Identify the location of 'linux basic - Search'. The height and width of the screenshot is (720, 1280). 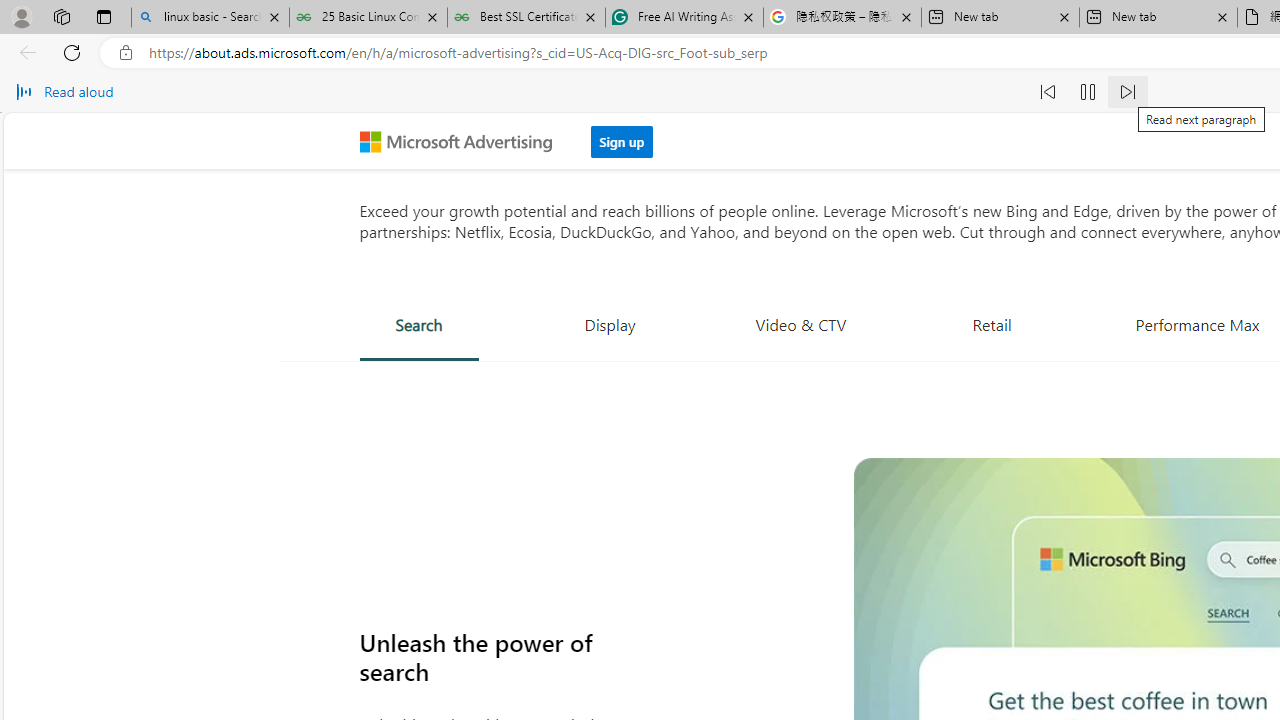
(210, 17).